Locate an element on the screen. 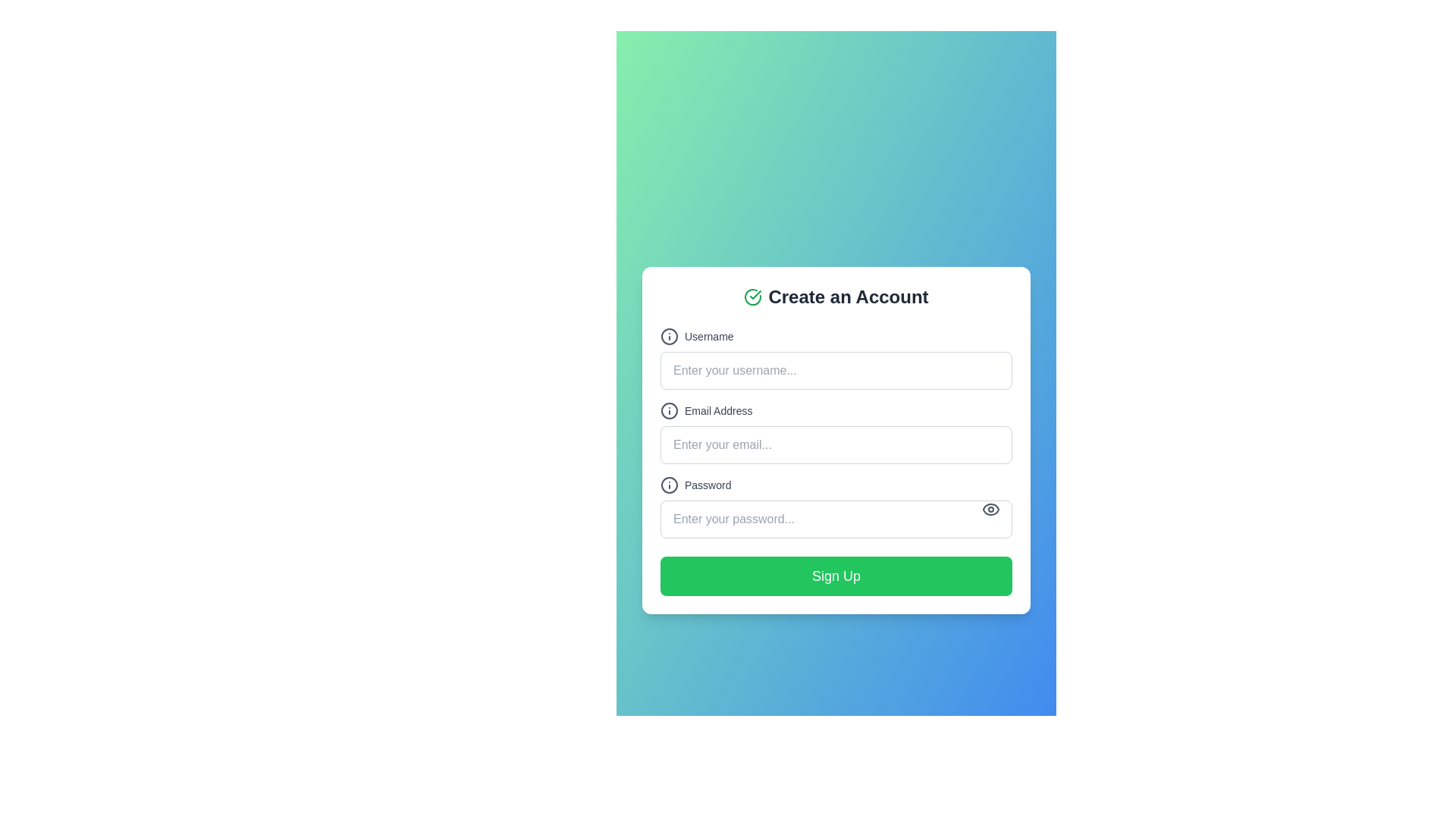  the circular icon located to the left of the 'Password' input field in the form interface, which is part of a grouped set of elements including informational icons, labels, and input boxes is located at coordinates (669, 485).